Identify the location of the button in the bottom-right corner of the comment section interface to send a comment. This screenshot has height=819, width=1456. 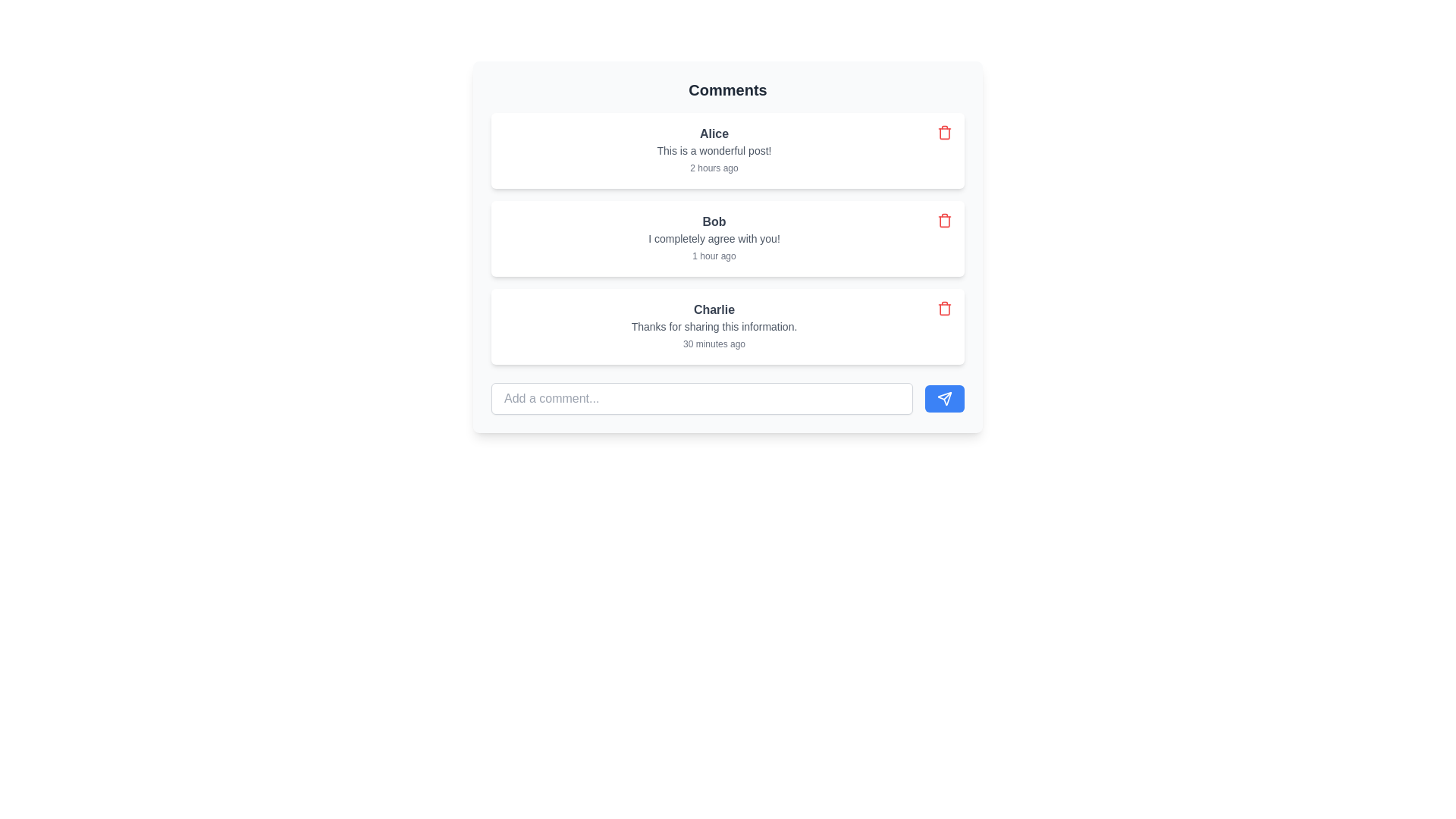
(944, 397).